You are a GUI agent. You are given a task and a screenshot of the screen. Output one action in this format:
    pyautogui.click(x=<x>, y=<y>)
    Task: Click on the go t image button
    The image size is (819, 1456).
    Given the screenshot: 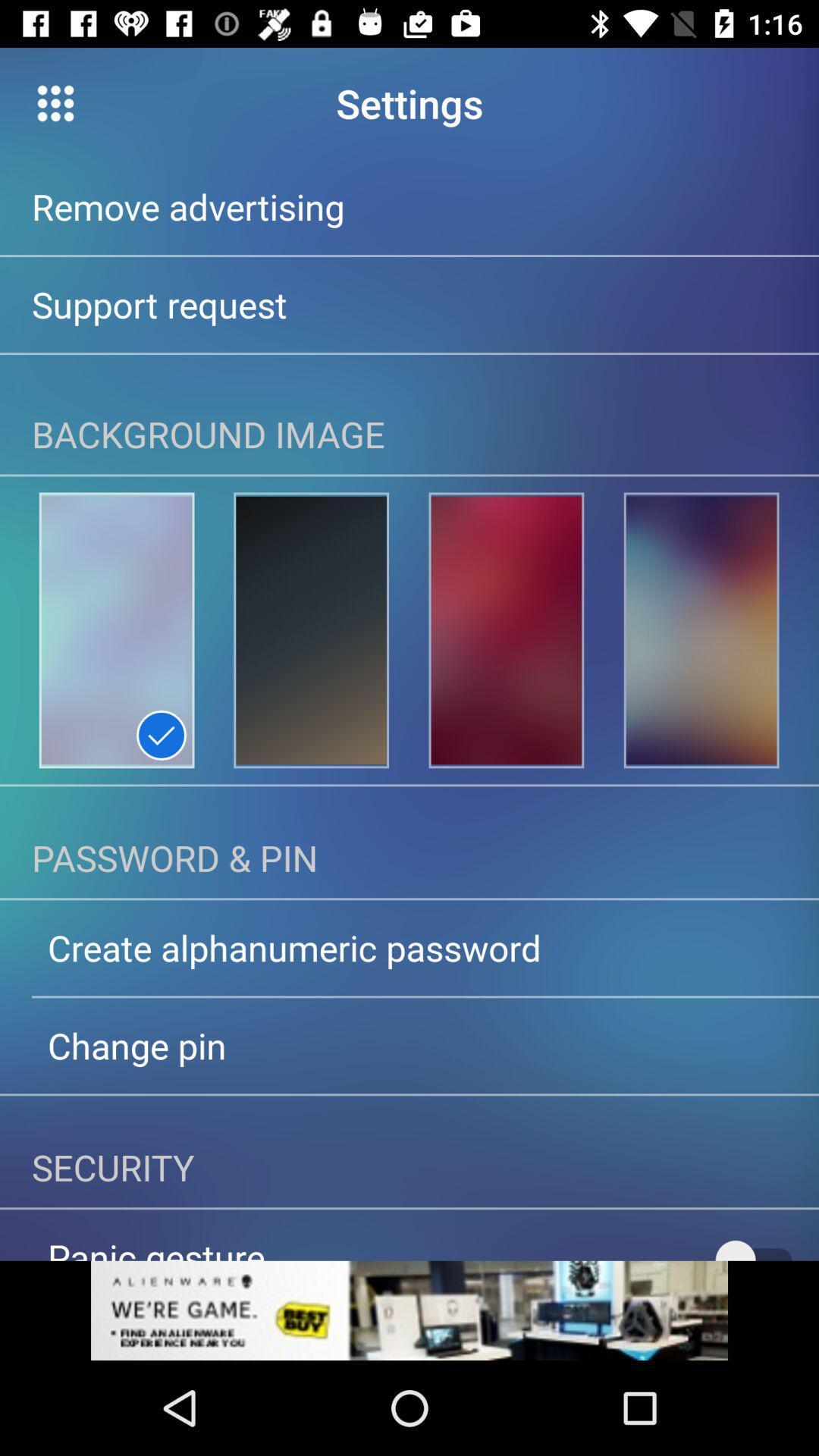 What is the action you would take?
    pyautogui.click(x=116, y=630)
    